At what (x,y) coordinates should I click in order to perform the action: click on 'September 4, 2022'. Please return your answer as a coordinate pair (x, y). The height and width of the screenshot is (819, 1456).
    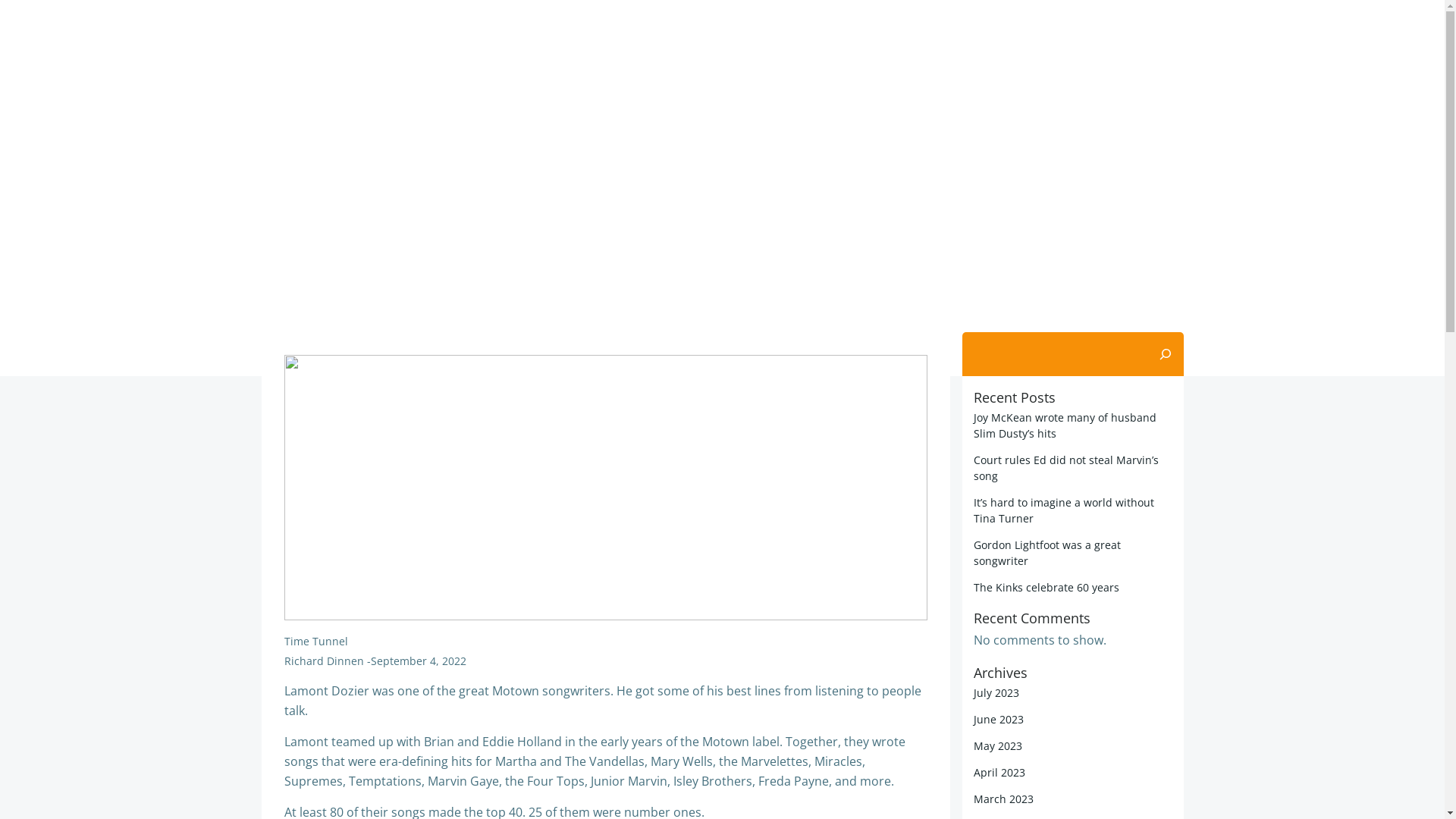
    Looking at the image, I should click on (418, 660).